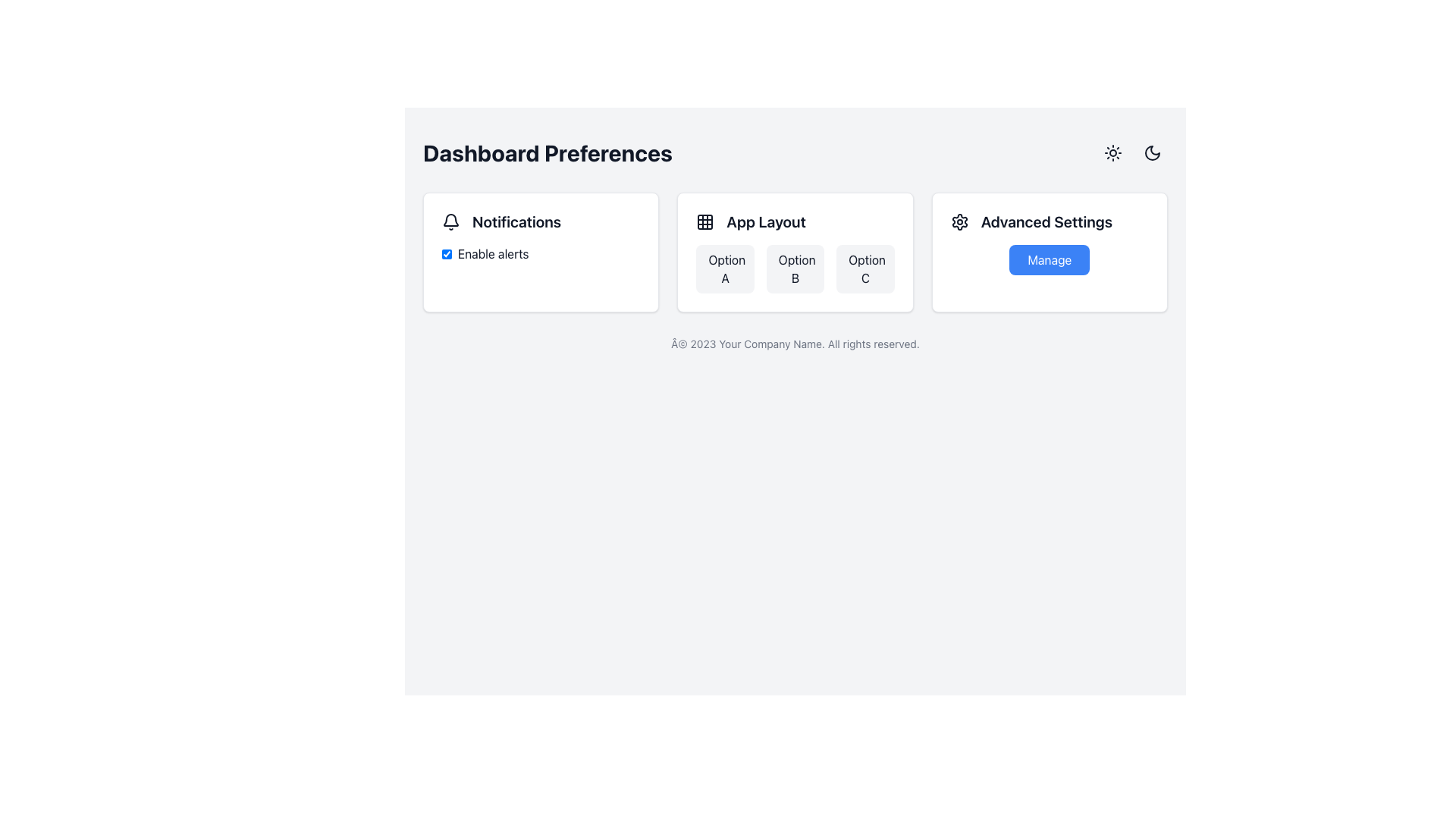 Image resolution: width=1456 pixels, height=819 pixels. I want to click on the first button labeled 'Option A' with a light gray background, so click(724, 268).